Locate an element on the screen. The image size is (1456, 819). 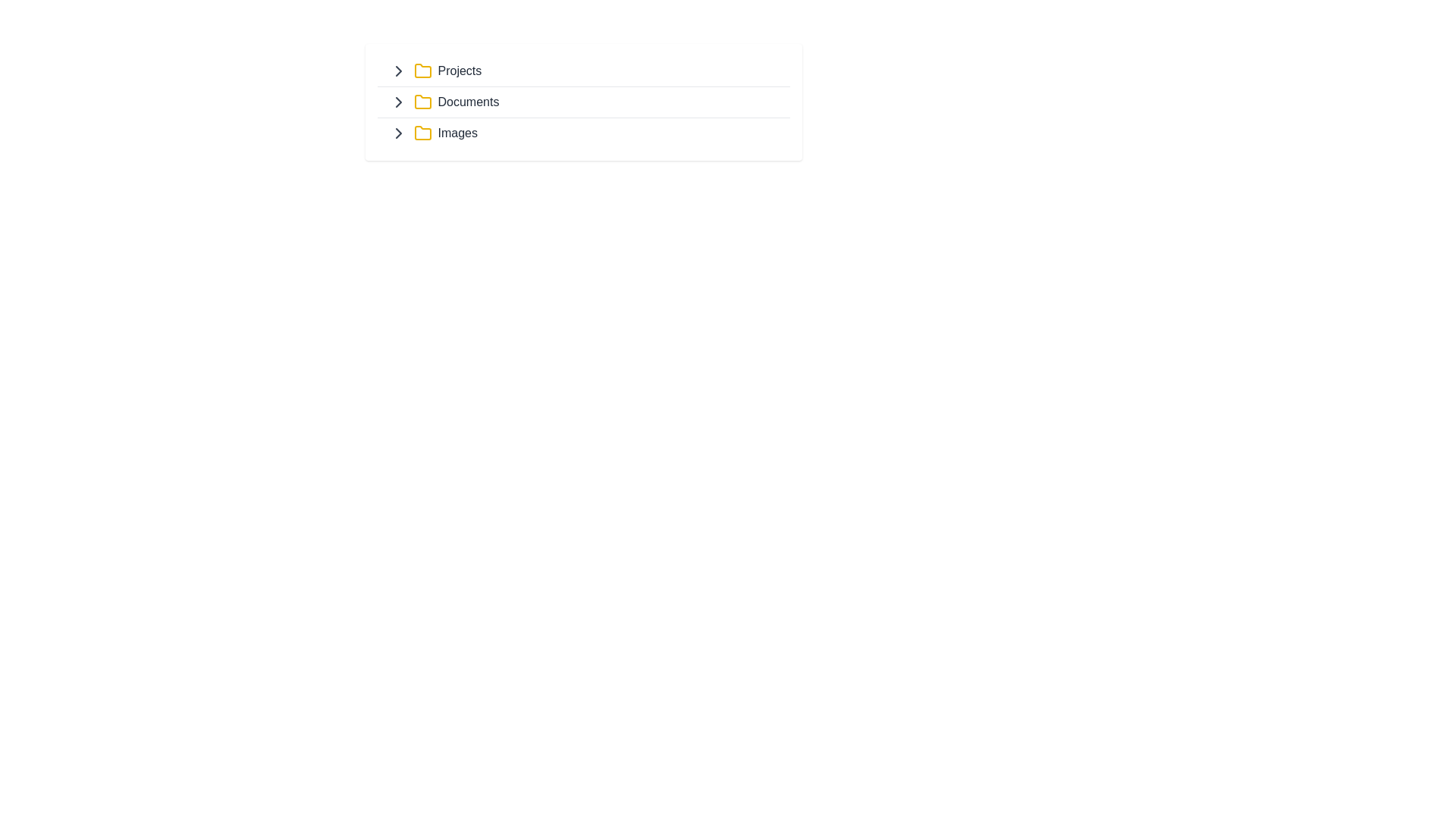
the 'Images' folder icon to interact or open the folder, which is the third item in a list of folders is located at coordinates (422, 132).